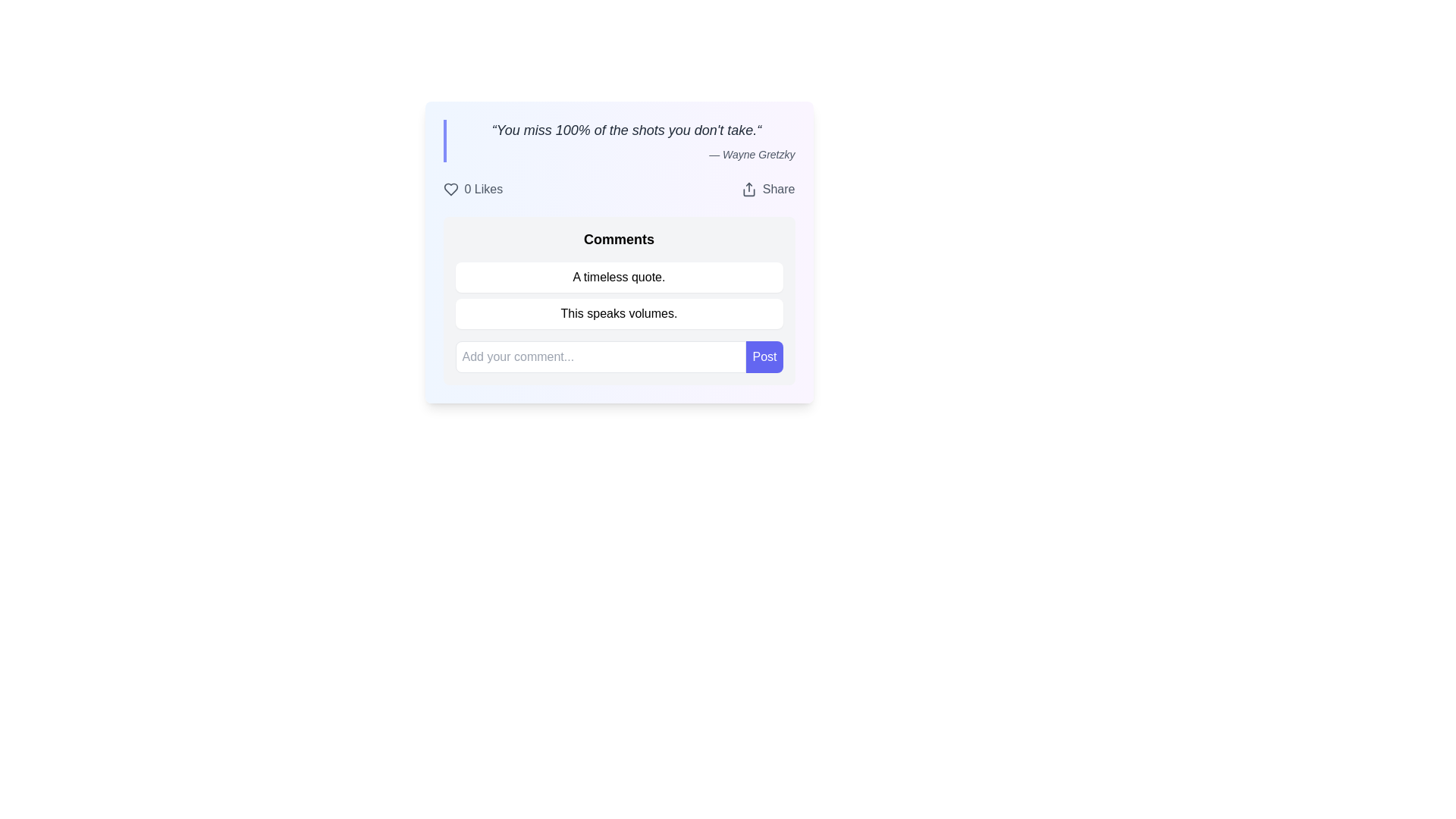 The height and width of the screenshot is (819, 1456). What do you see at coordinates (748, 189) in the screenshot?
I see `the decorative 'Share' icon located in the top-right section of the card interface` at bounding box center [748, 189].